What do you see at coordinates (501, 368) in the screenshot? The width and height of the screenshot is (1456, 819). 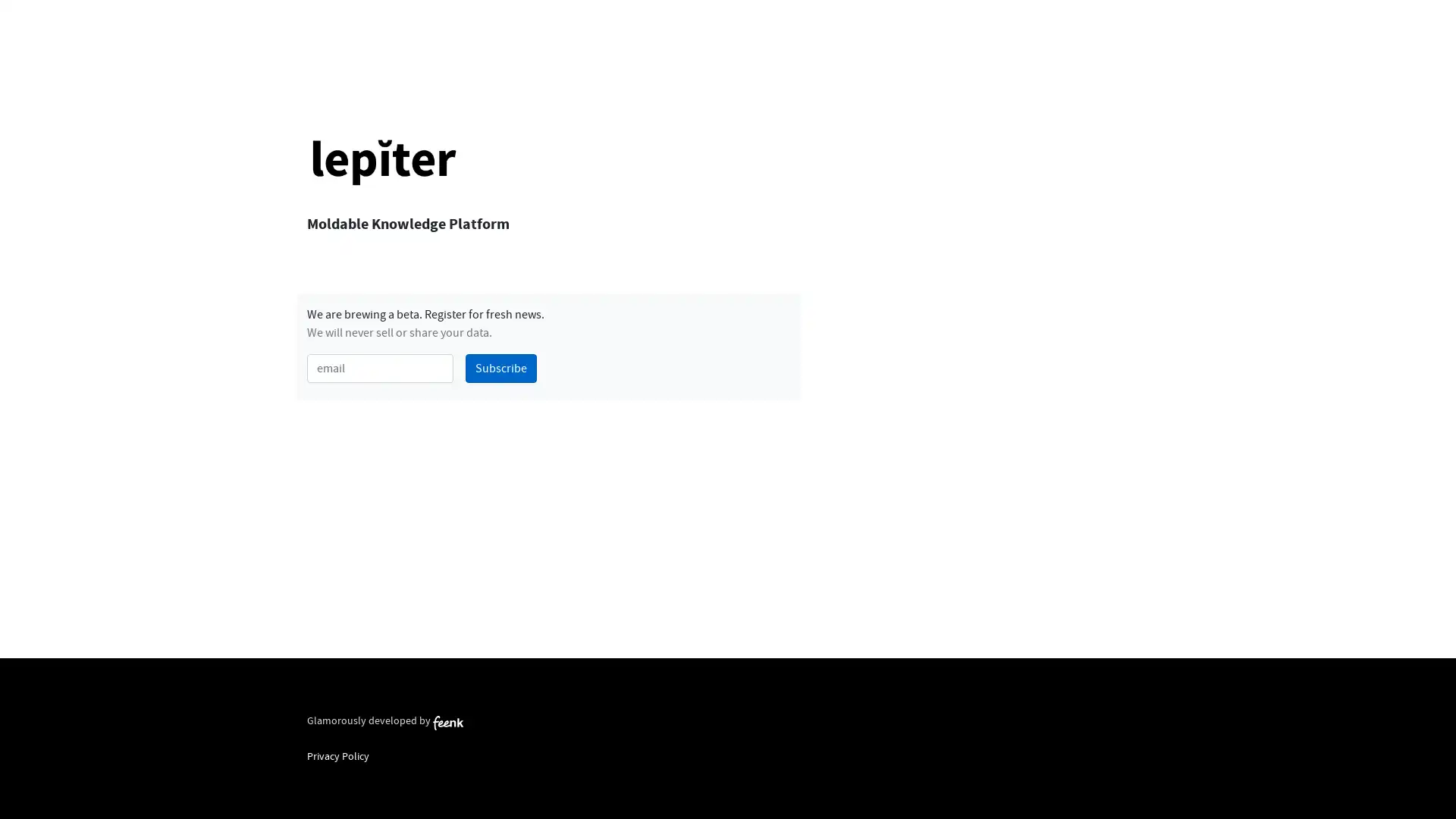 I see `Subscribe` at bounding box center [501, 368].